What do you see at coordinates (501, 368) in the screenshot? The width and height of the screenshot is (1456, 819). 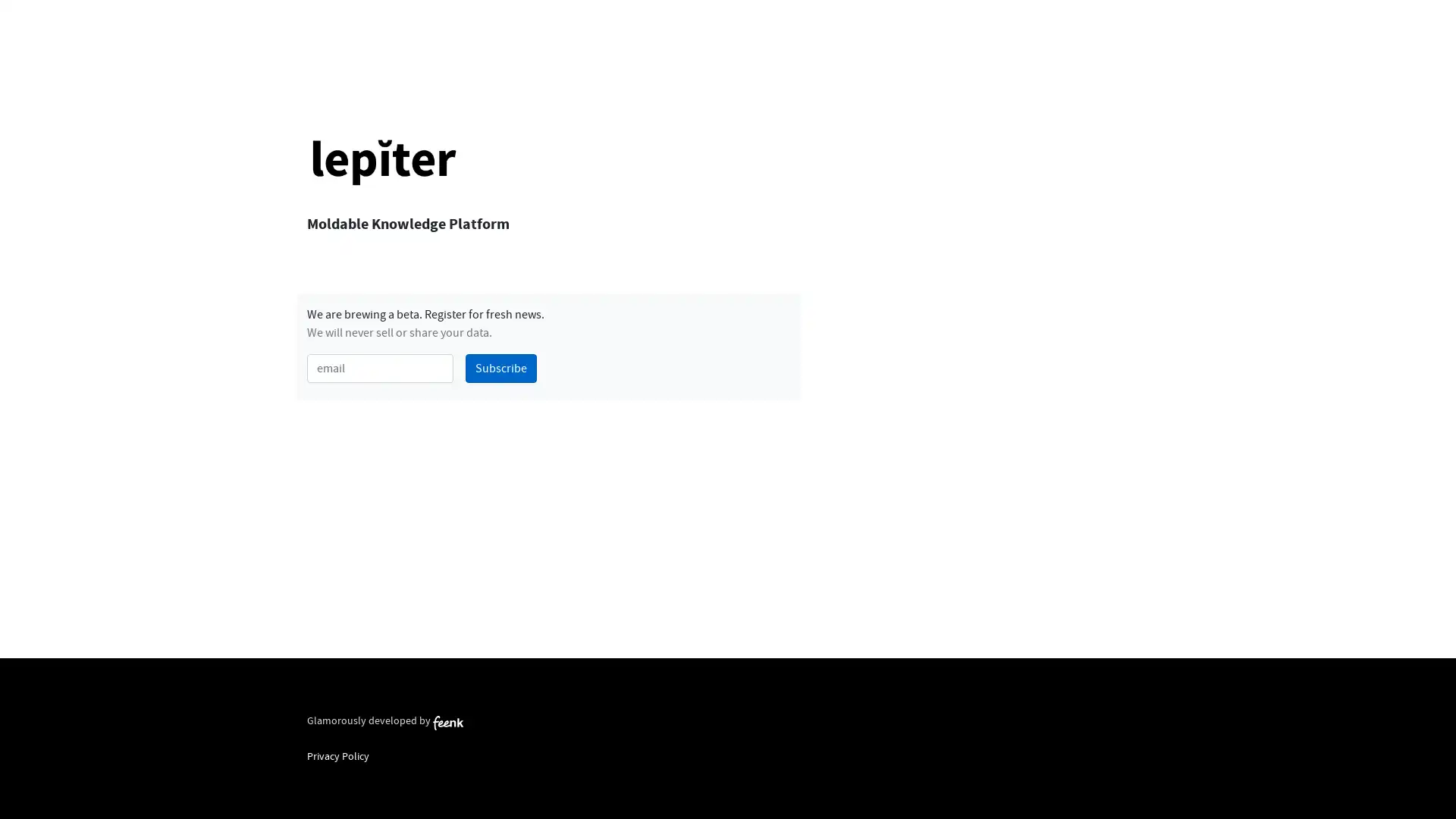 I see `Subscribe` at bounding box center [501, 368].